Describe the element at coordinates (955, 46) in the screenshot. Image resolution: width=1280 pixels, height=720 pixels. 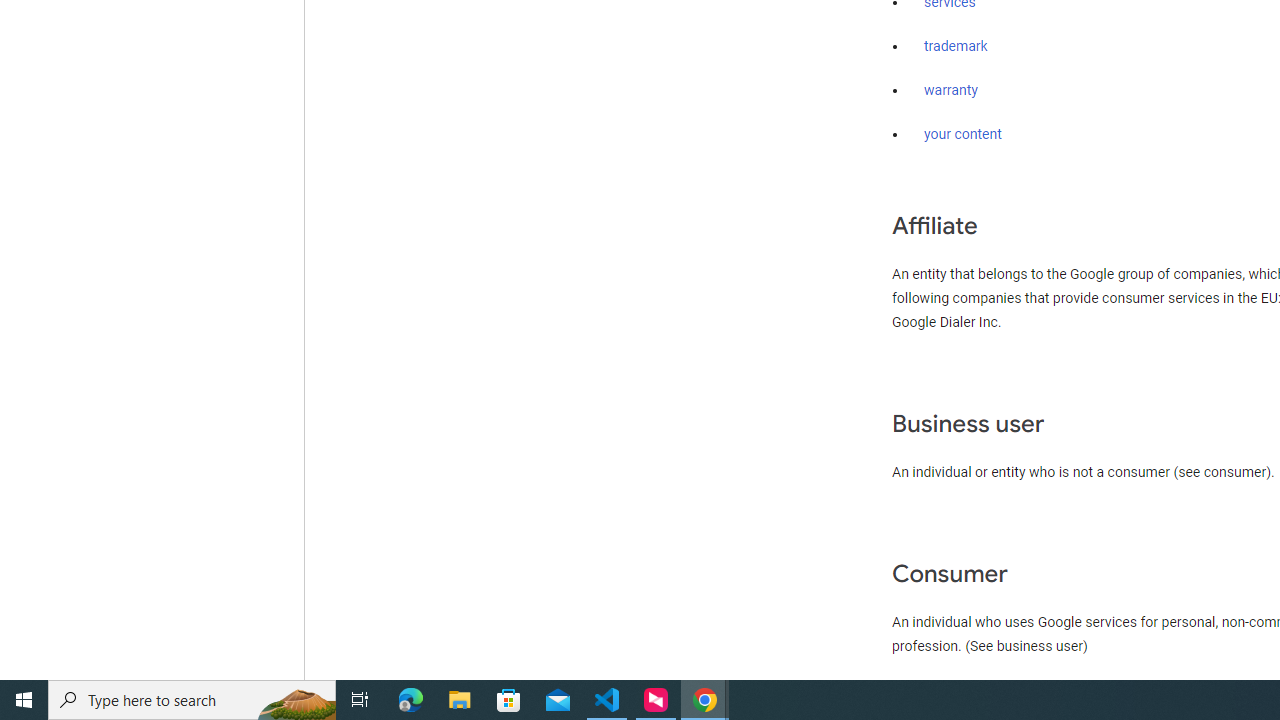
I see `'trademark'` at that location.